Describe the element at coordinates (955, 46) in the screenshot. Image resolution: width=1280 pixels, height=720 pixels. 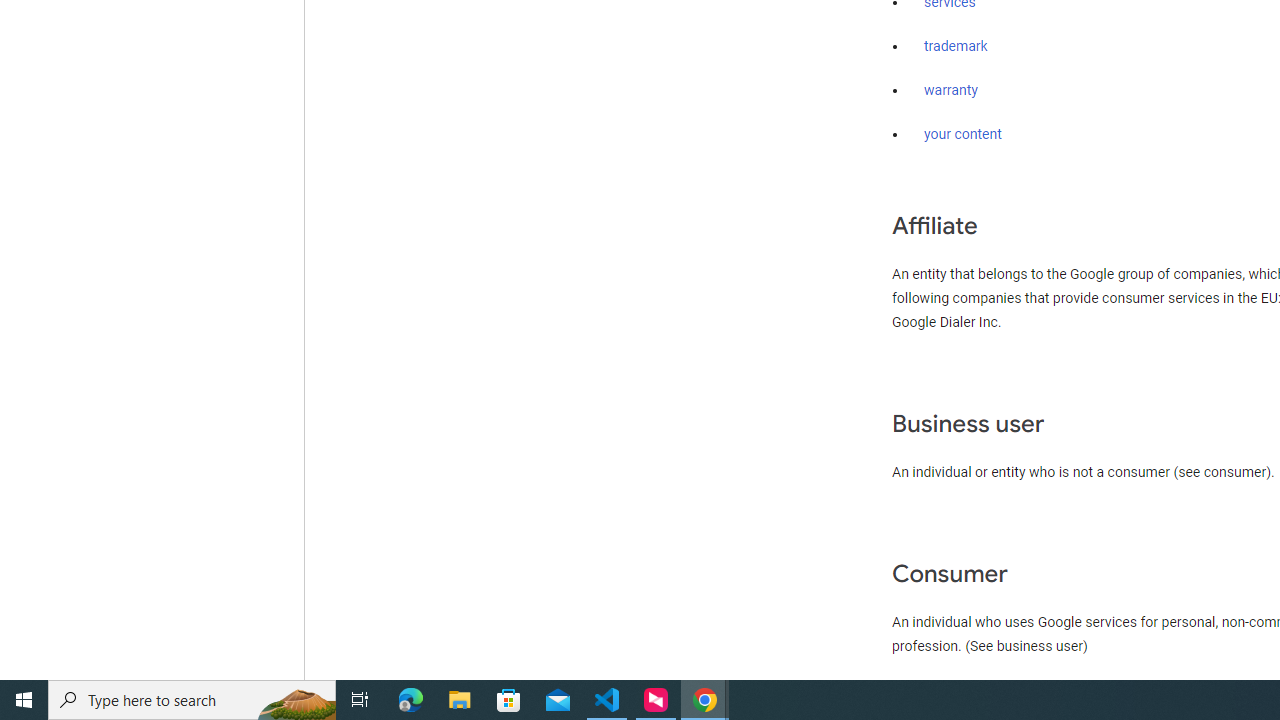
I see `'trademark'` at that location.